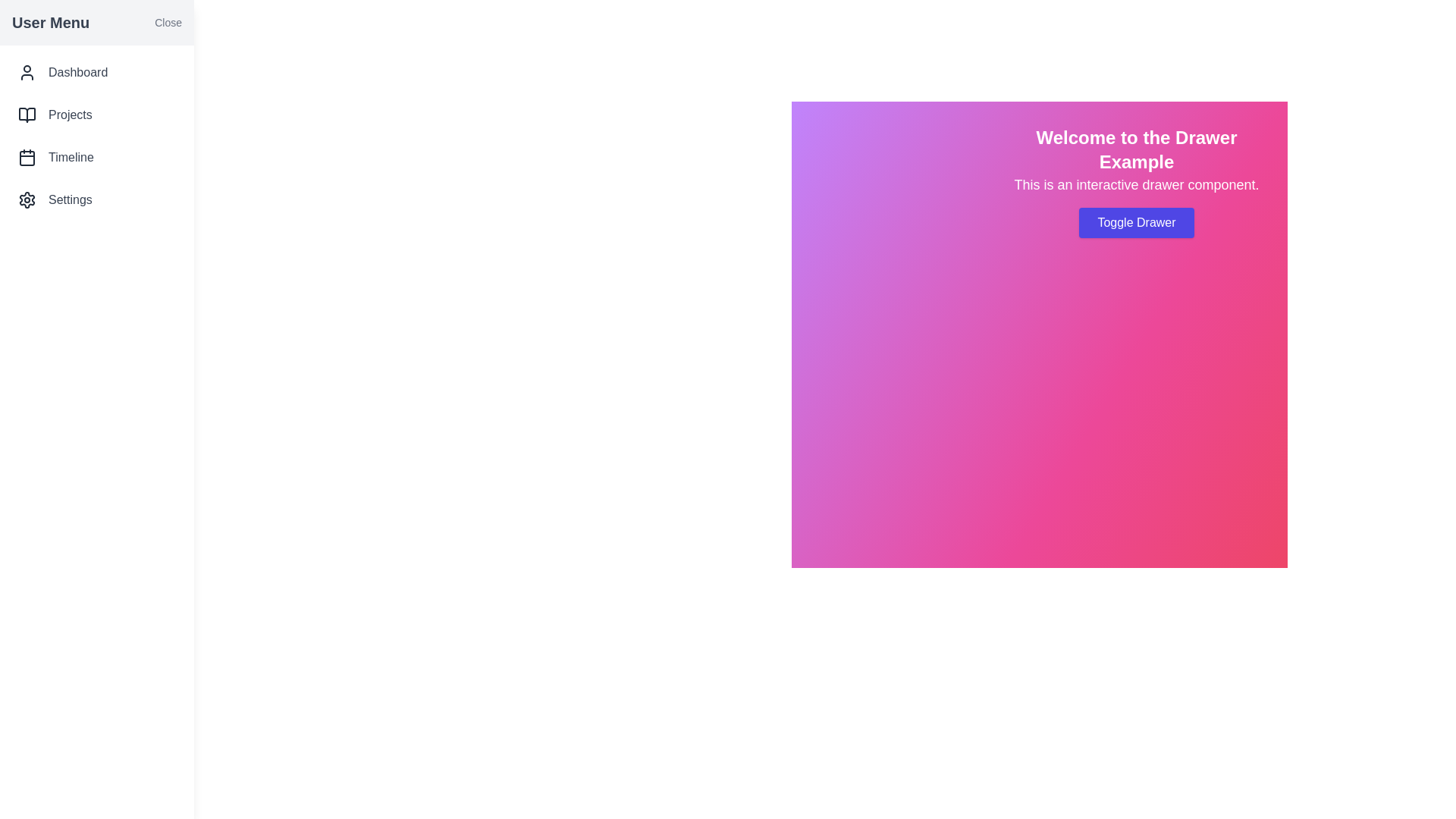 The height and width of the screenshot is (819, 1456). What do you see at coordinates (96, 199) in the screenshot?
I see `the menu item Settings in the drawer` at bounding box center [96, 199].